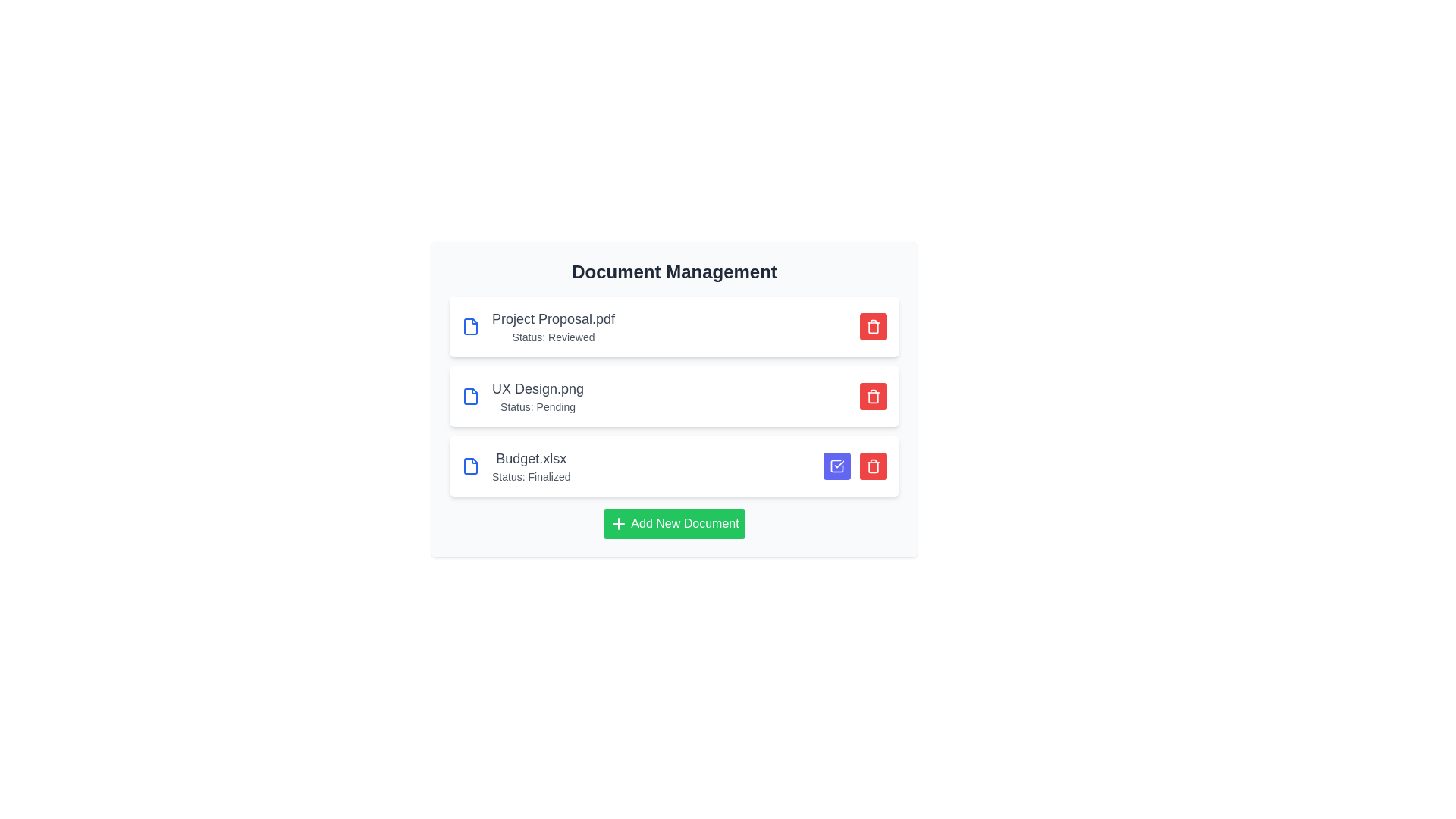  What do you see at coordinates (874, 326) in the screenshot?
I see `delete button for the document named Project Proposal.pdf` at bounding box center [874, 326].